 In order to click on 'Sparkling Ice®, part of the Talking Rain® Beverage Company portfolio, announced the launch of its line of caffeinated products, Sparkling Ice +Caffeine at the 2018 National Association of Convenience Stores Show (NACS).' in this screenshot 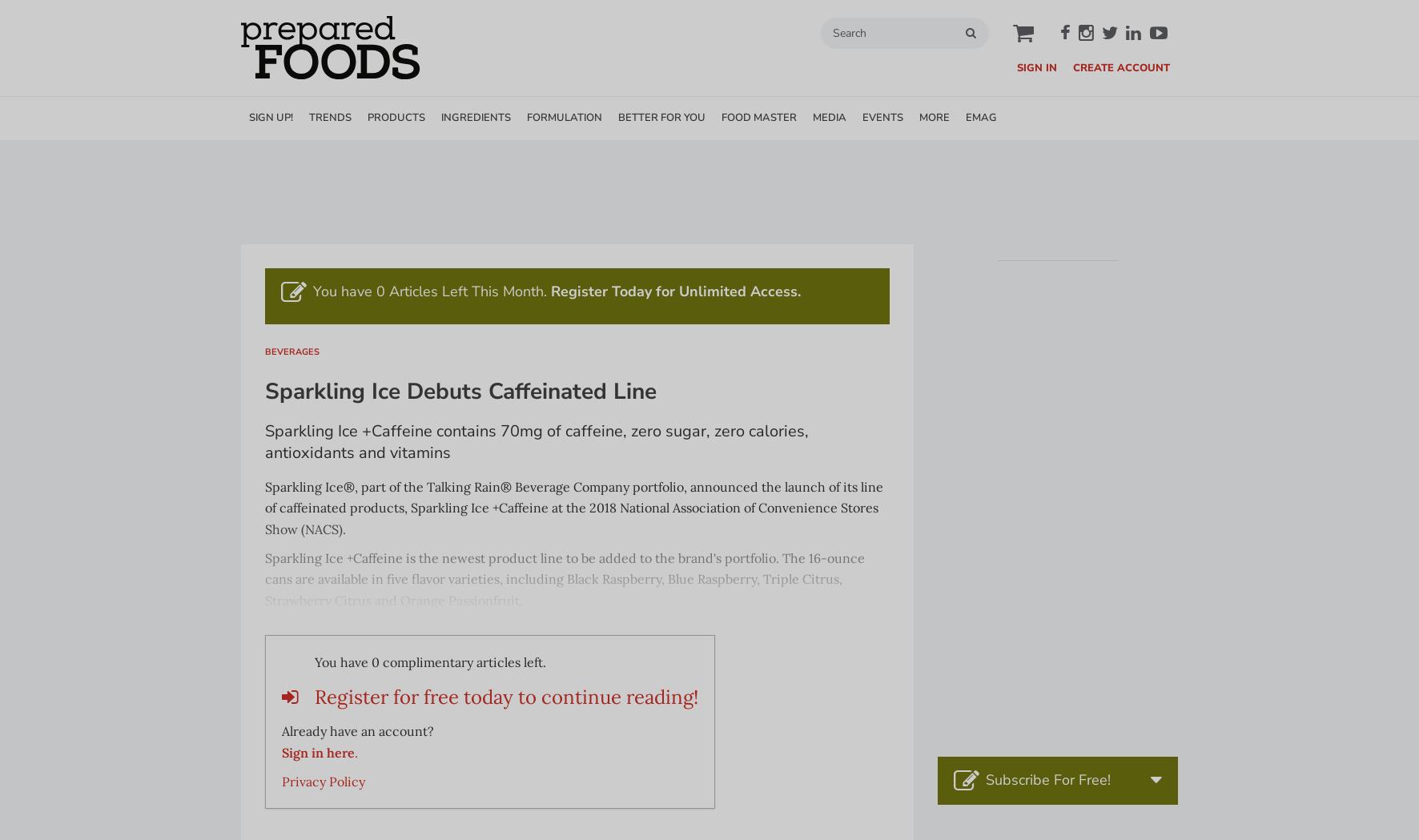, I will do `click(573, 507)`.